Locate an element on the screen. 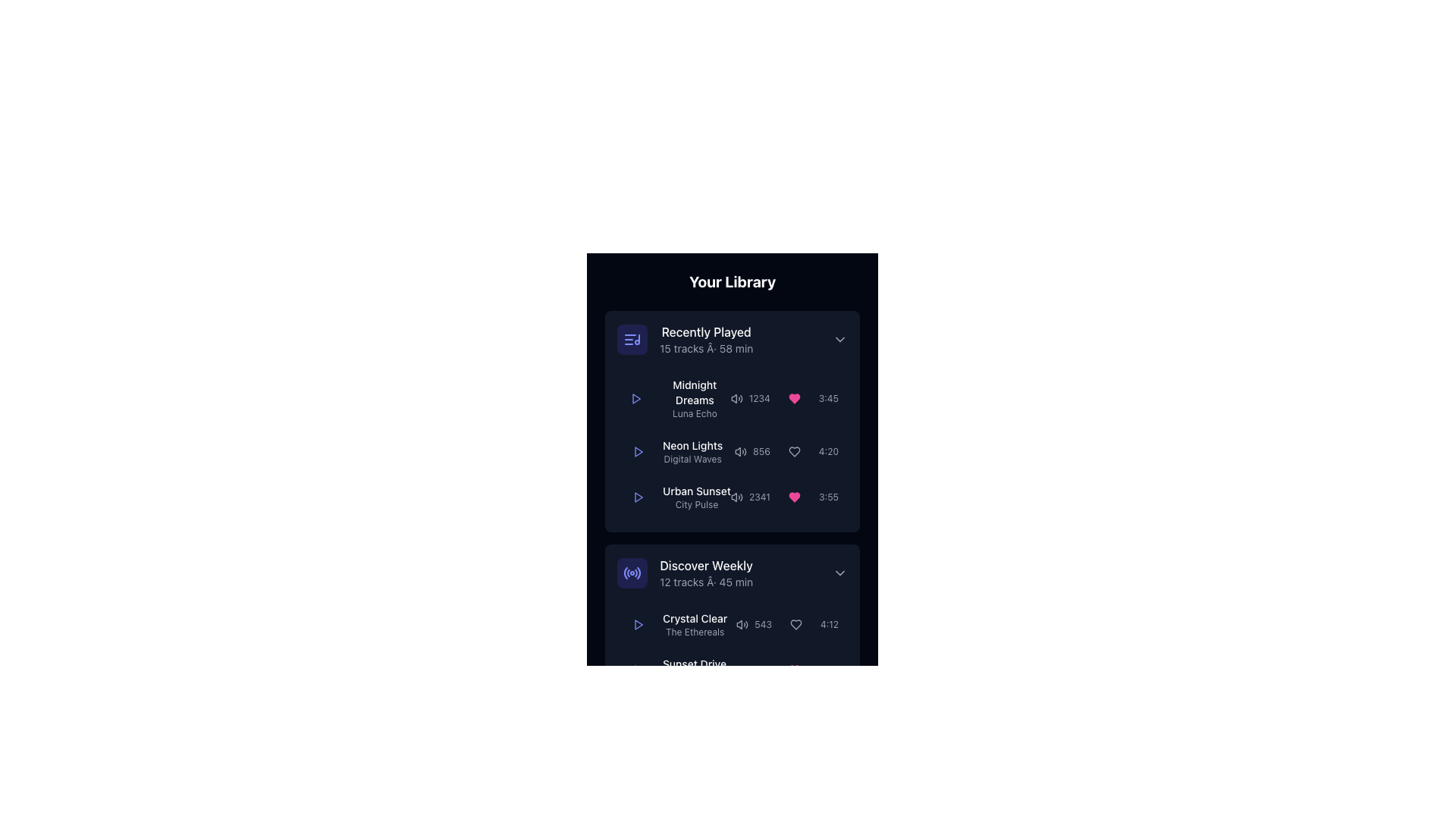 This screenshot has height=819, width=1456. the play button in the 'Discover Weekly' section is located at coordinates (639, 669).